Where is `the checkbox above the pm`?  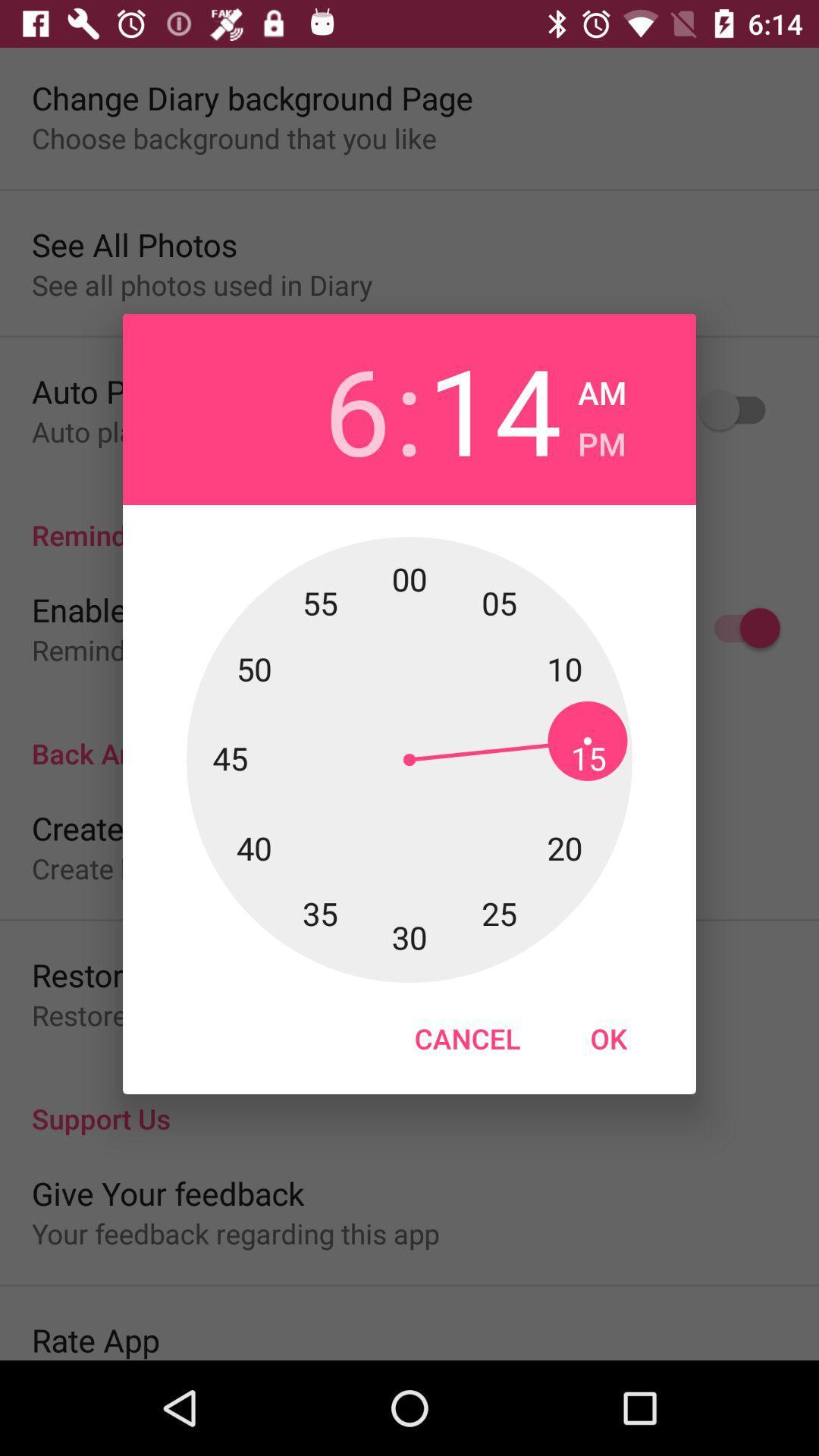
the checkbox above the pm is located at coordinates (601, 388).